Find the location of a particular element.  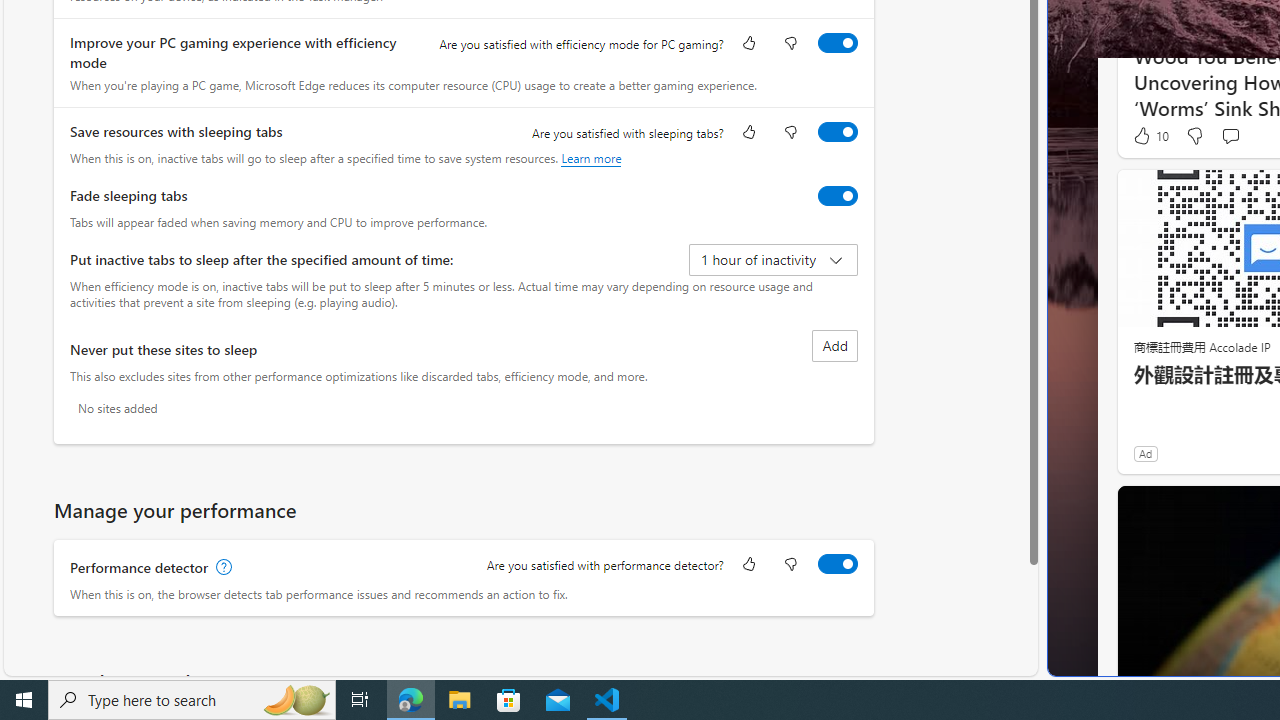

'Performance detector, learn more' is located at coordinates (222, 567).